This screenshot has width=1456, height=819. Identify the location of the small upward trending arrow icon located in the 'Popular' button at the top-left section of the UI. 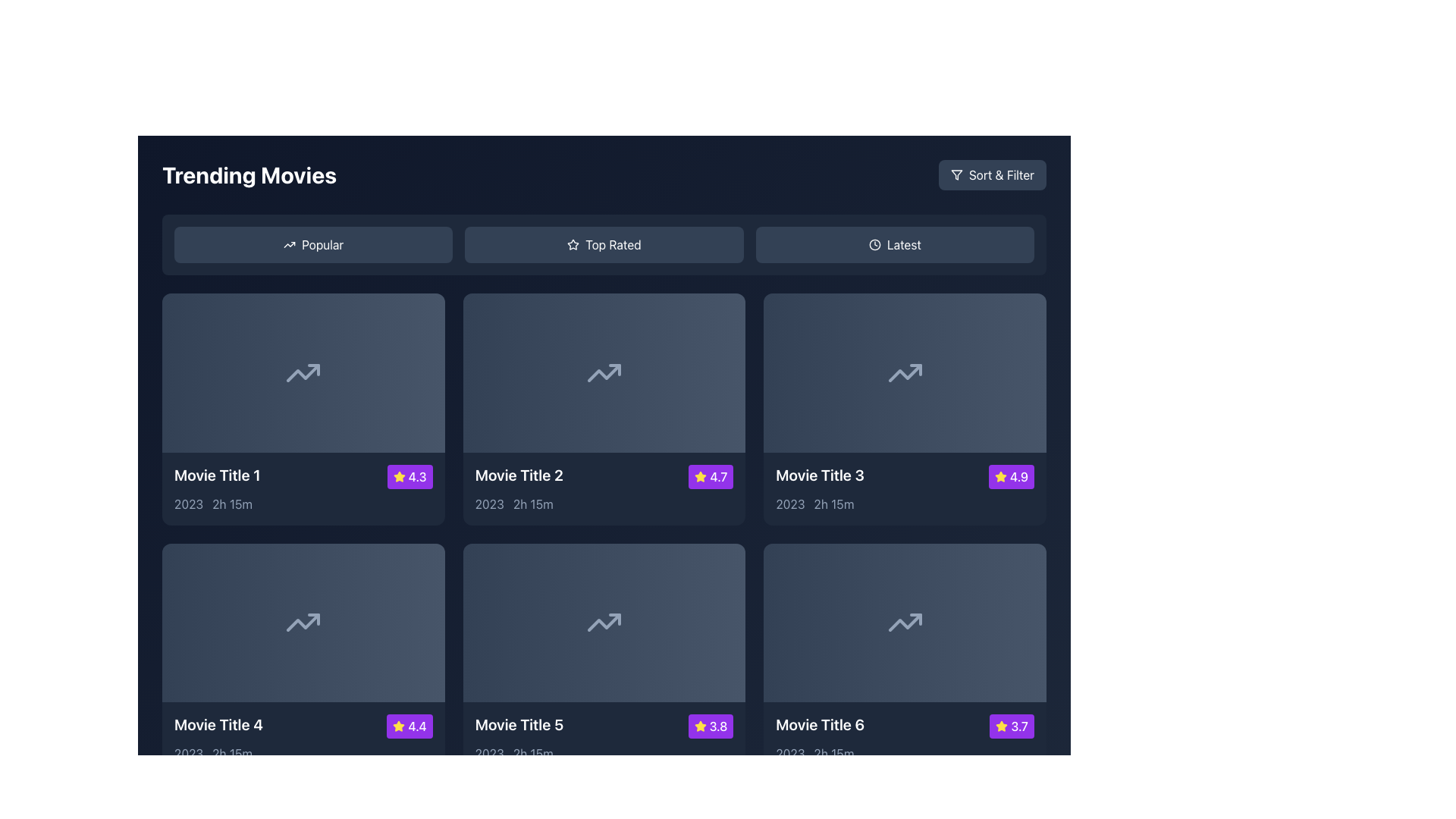
(290, 244).